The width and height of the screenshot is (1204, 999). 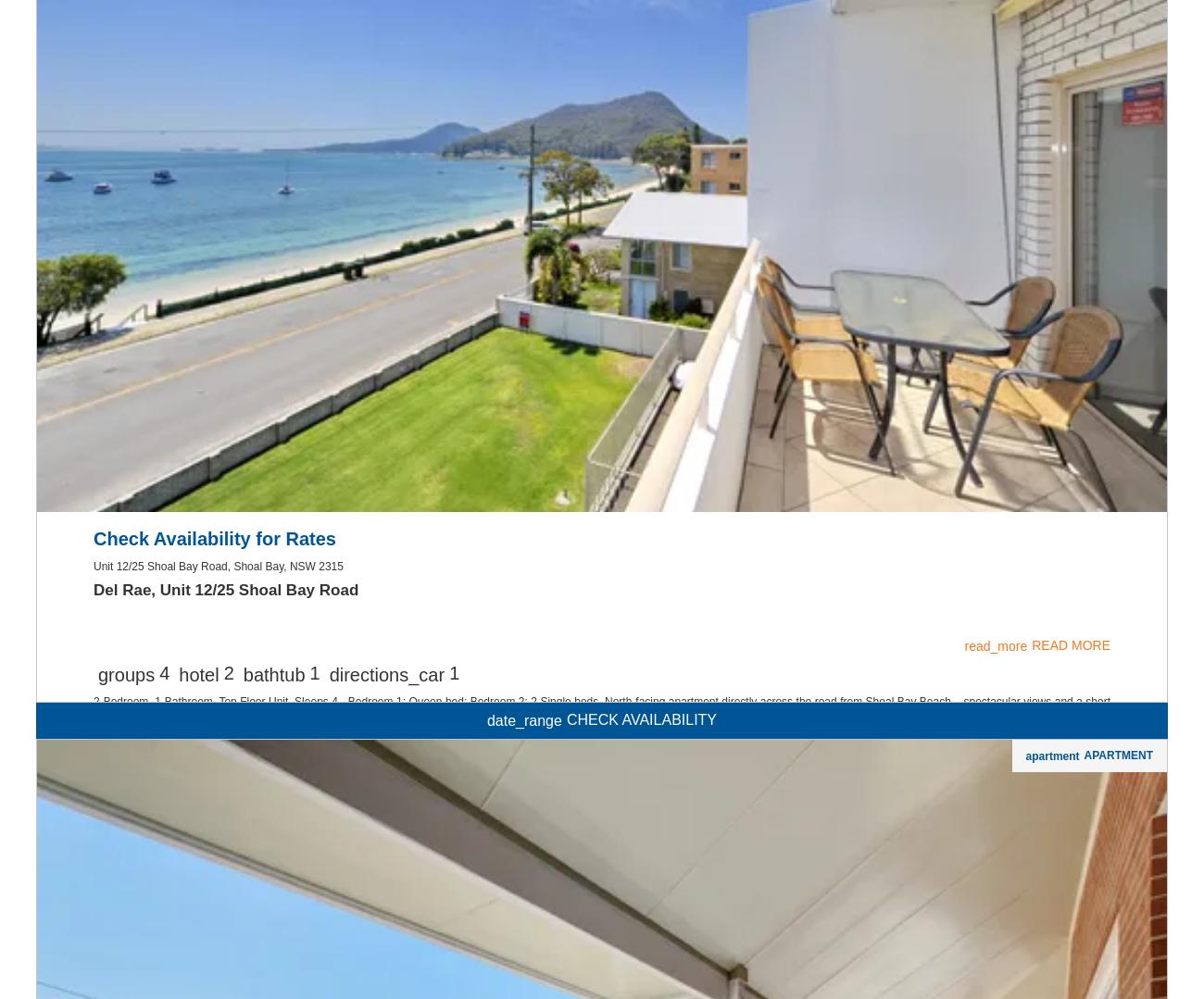 What do you see at coordinates (564, 169) in the screenshot?
I see `'Washer / Dryer'` at bounding box center [564, 169].